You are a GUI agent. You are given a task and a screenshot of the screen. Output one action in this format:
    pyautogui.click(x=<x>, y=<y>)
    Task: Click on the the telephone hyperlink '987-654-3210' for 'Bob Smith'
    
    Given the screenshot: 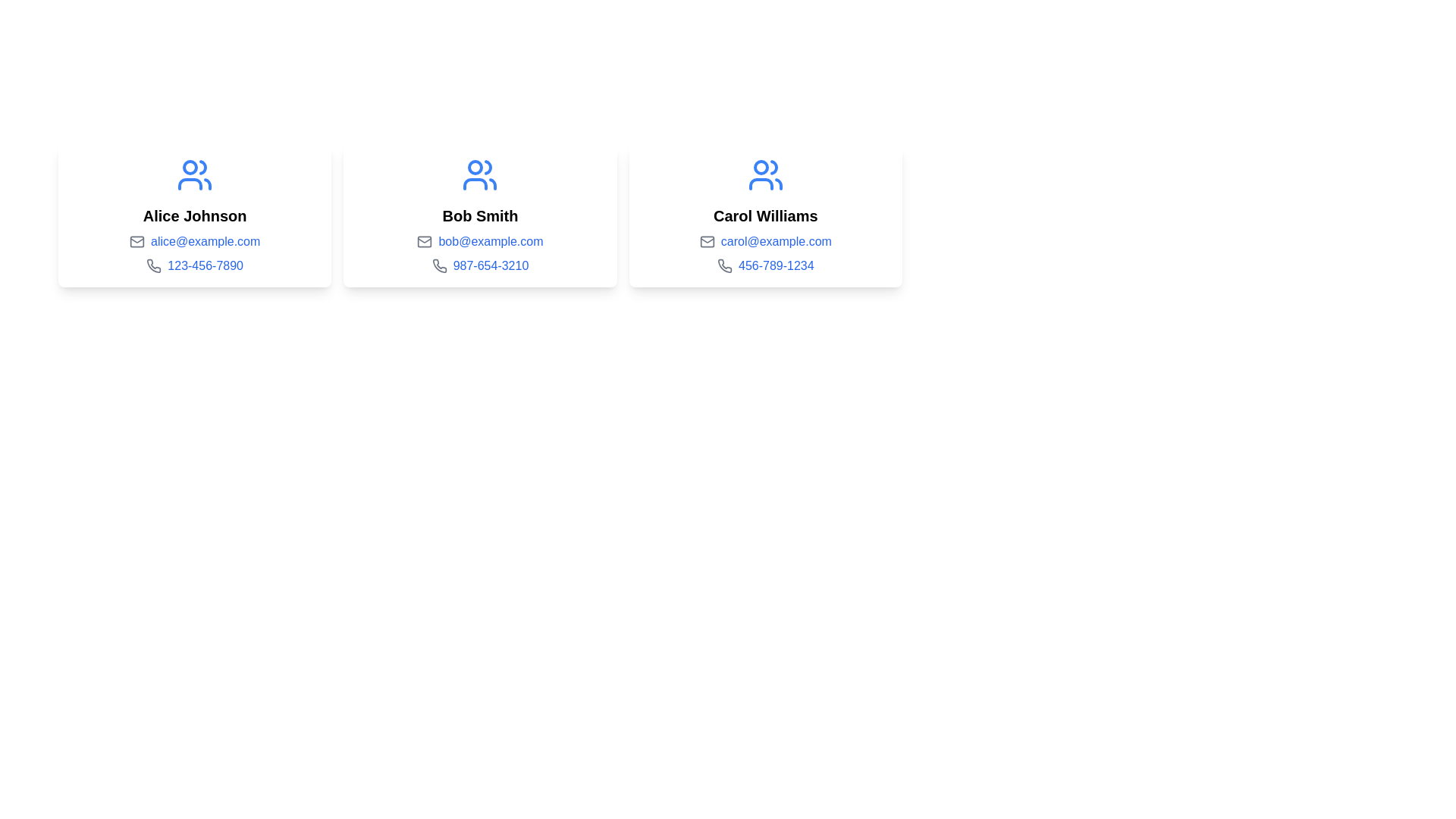 What is the action you would take?
    pyautogui.click(x=479, y=265)
    